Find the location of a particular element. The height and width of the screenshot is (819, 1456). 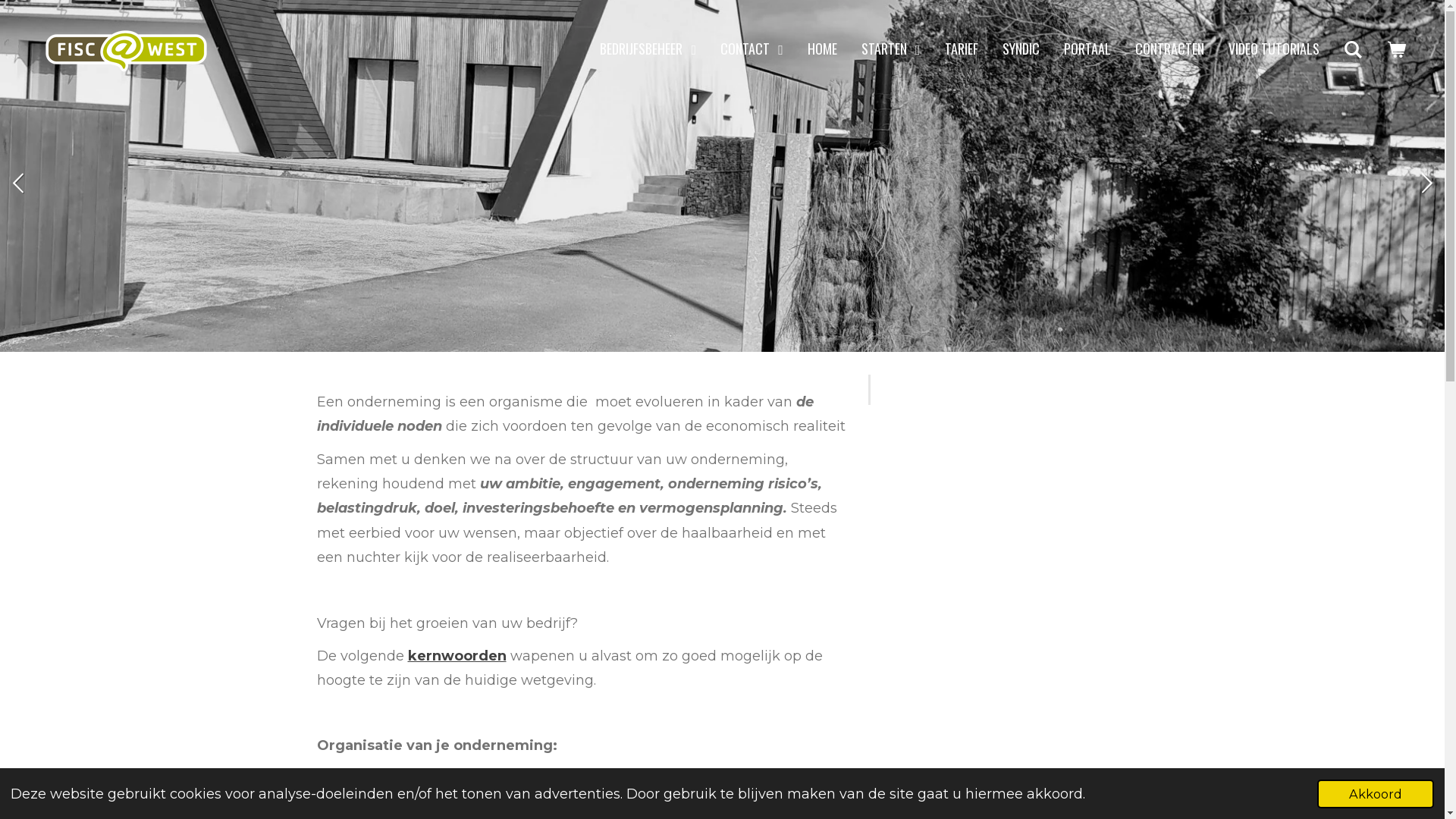

'Fisc@West' is located at coordinates (30, 49).